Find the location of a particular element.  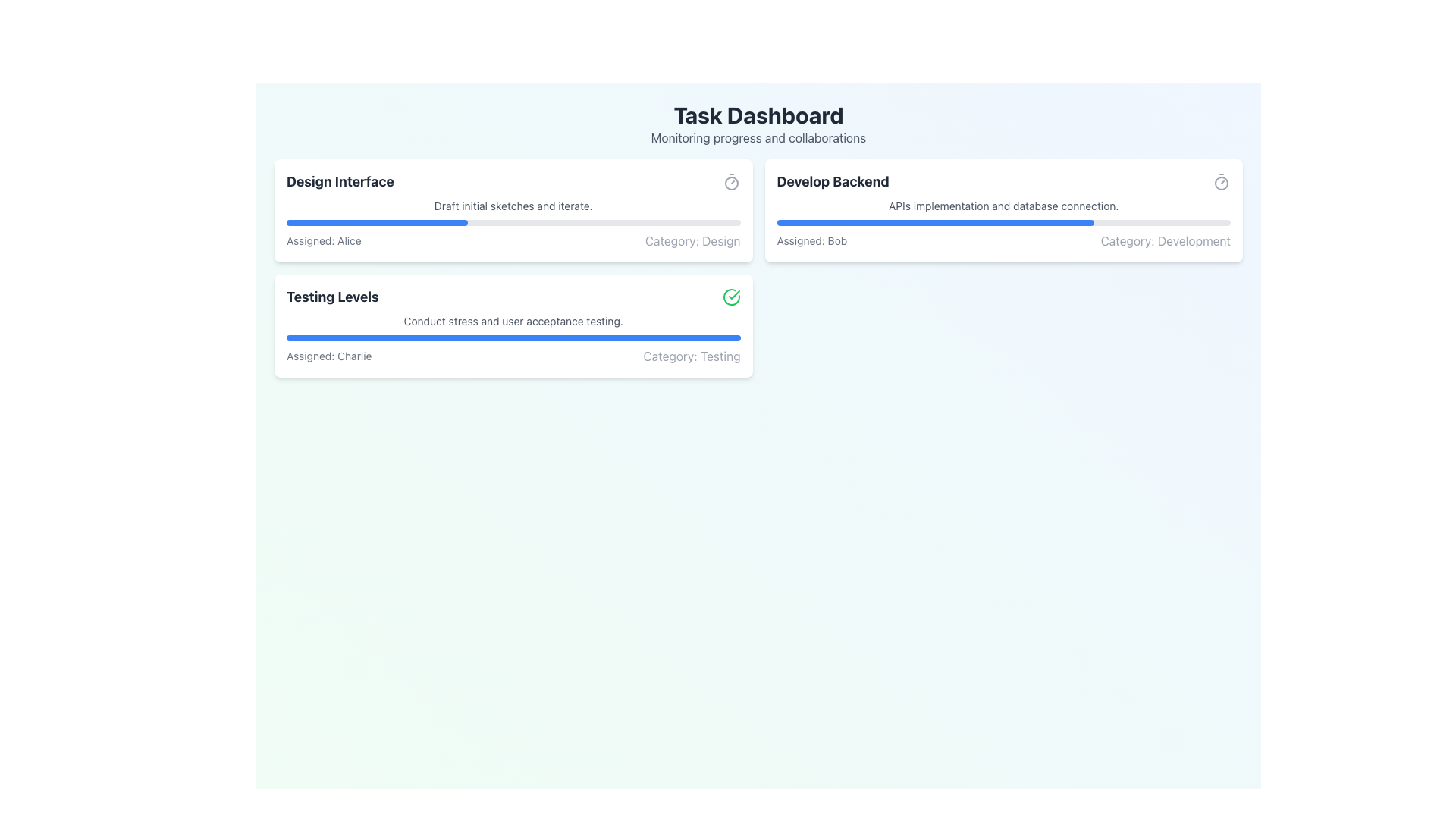

the gray text label that reads 'Assigned: Charlie' located in the bottom-left section of the 'Testing Levels' task card is located at coordinates (328, 356).